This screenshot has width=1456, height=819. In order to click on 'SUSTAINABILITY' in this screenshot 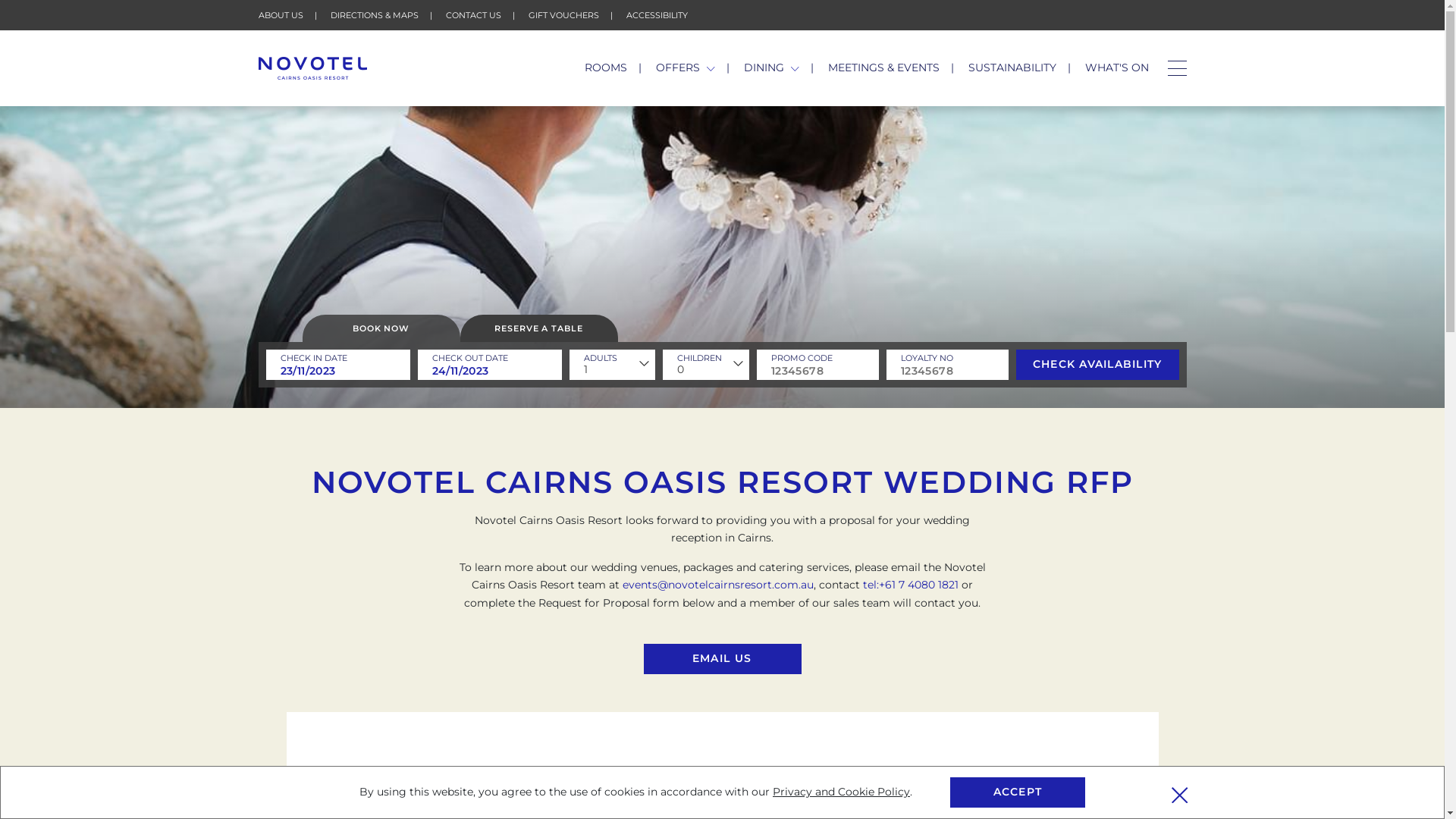, I will do `click(967, 67)`.